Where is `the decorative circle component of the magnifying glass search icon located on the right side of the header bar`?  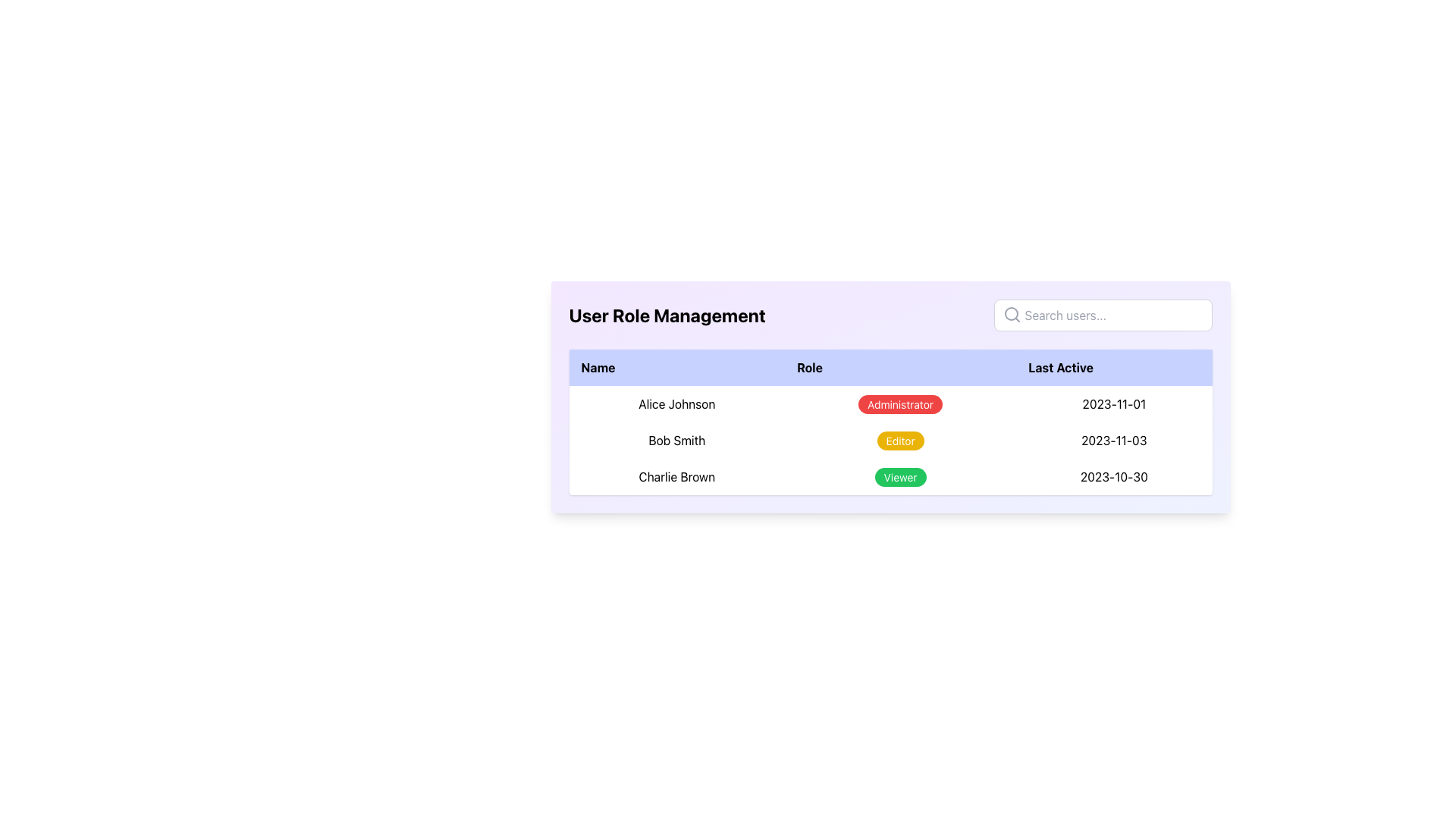 the decorative circle component of the magnifying glass search icon located on the right side of the header bar is located at coordinates (1011, 312).